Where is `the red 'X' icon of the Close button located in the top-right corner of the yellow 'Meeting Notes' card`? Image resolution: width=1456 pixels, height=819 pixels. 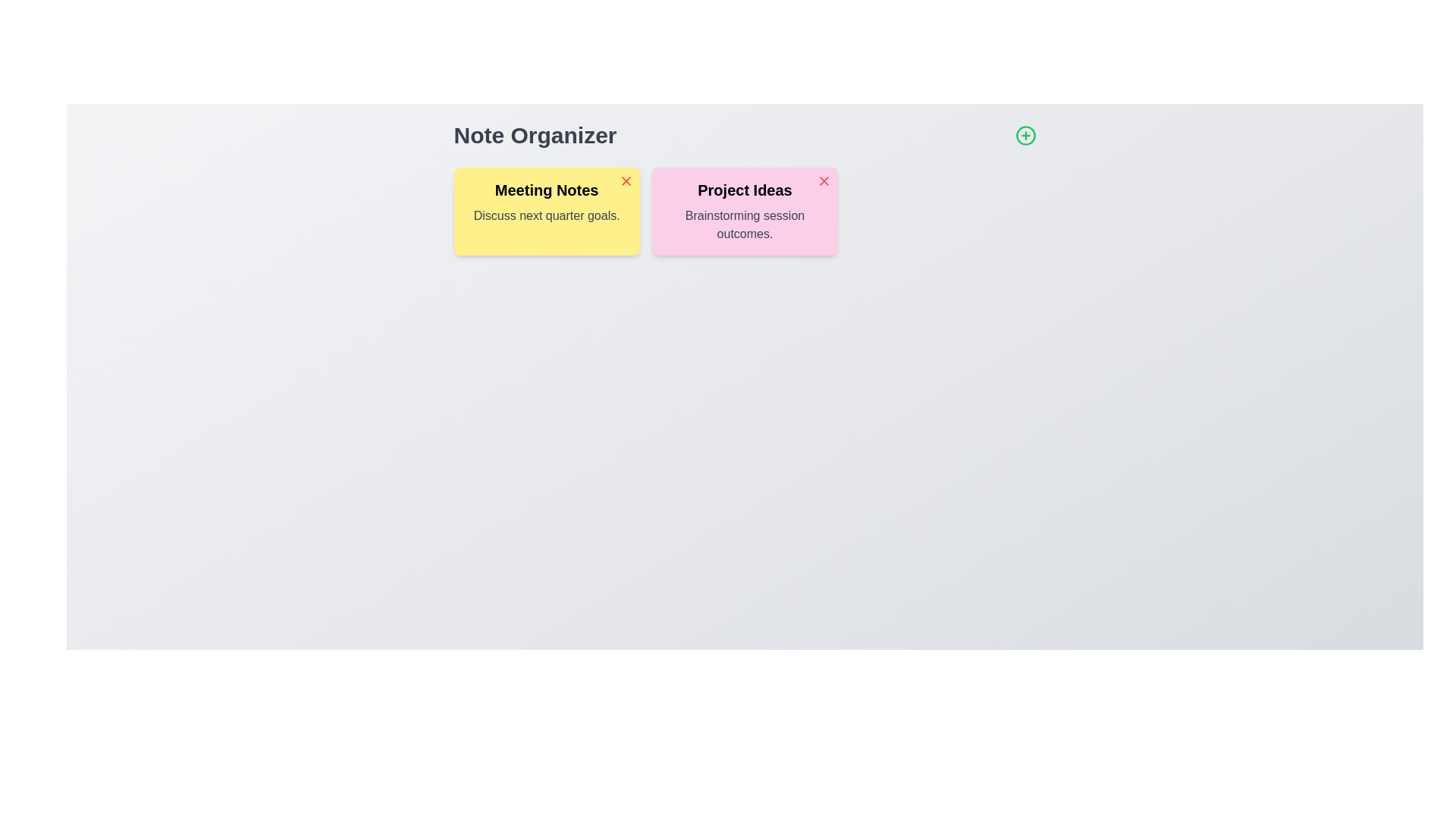
the red 'X' icon of the Close button located in the top-right corner of the yellow 'Meeting Notes' card is located at coordinates (626, 180).